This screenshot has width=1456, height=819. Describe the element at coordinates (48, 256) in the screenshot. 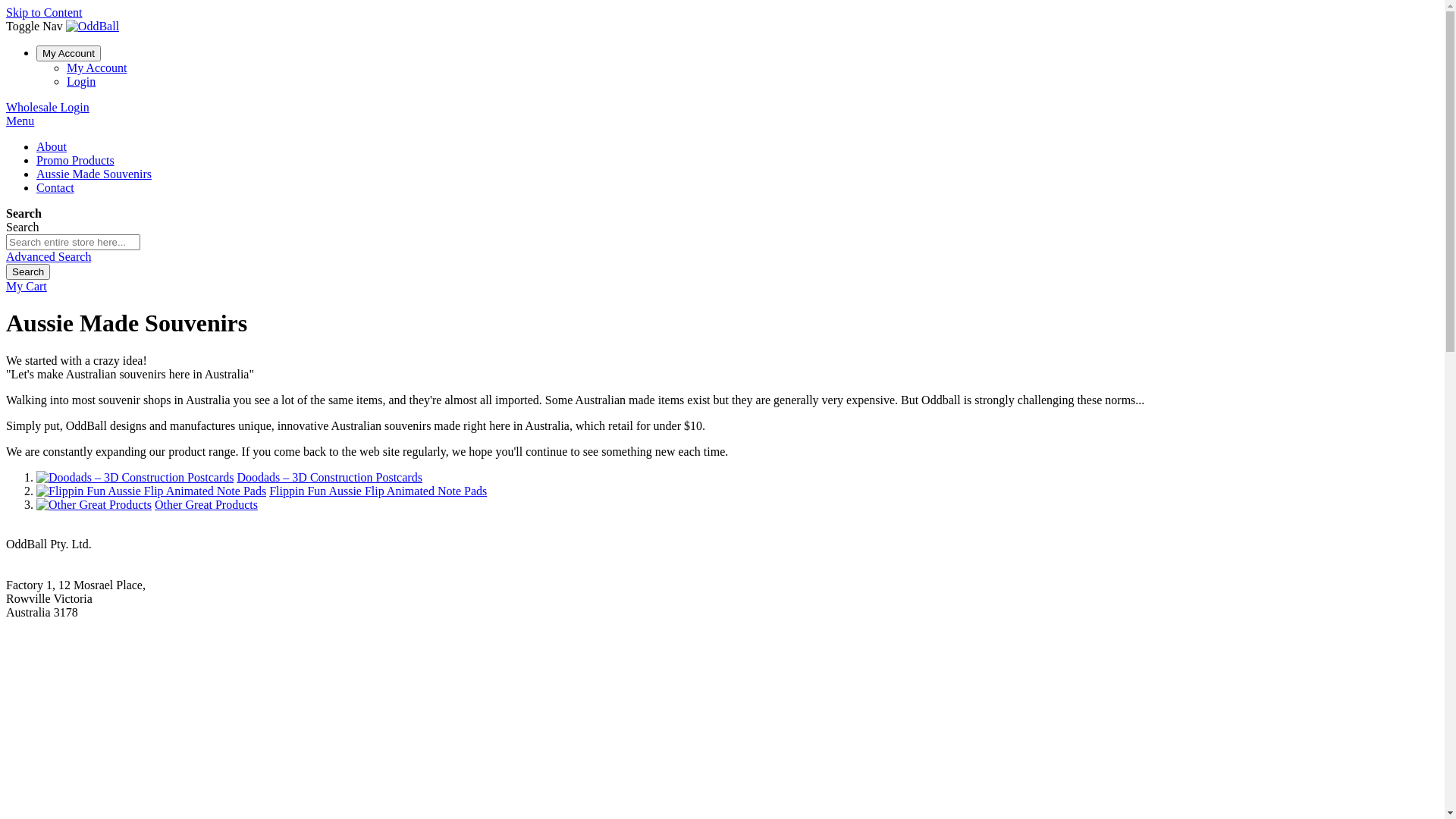

I see `'Advanced Search'` at that location.